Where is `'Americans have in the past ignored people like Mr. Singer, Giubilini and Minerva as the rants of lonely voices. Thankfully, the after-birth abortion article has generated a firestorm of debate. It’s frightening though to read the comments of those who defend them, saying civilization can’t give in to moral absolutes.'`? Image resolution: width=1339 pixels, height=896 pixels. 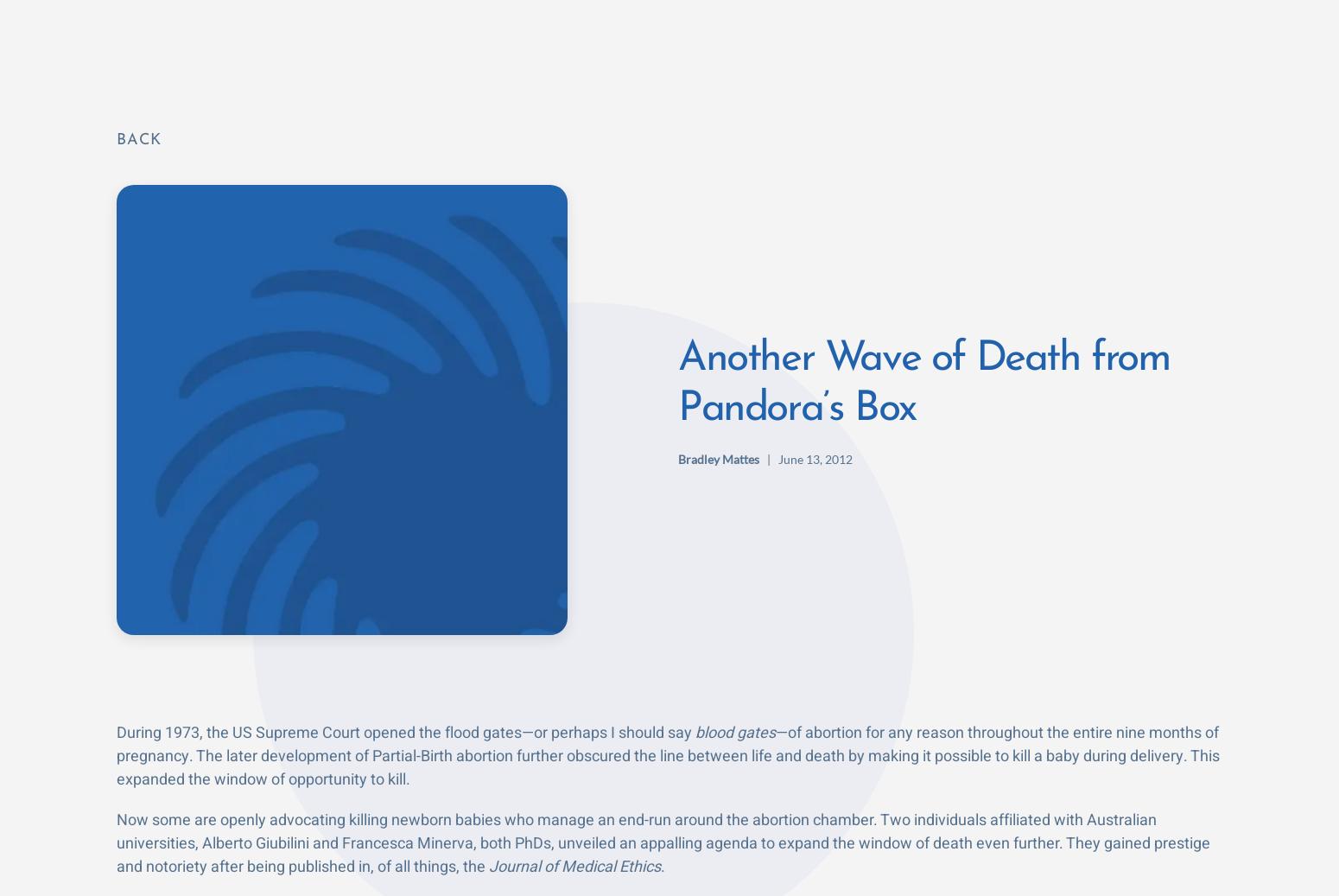
'Americans have in the past ignored people like Mr. Singer, Giubilini and Minerva as the rants of lonely voices. Thankfully, the after-birth abortion article has generated a firestorm of debate. It’s frightening though to read the comments of those who defend them, saying civilization can’t give in to moral absolutes.' is located at coordinates (646, 570).